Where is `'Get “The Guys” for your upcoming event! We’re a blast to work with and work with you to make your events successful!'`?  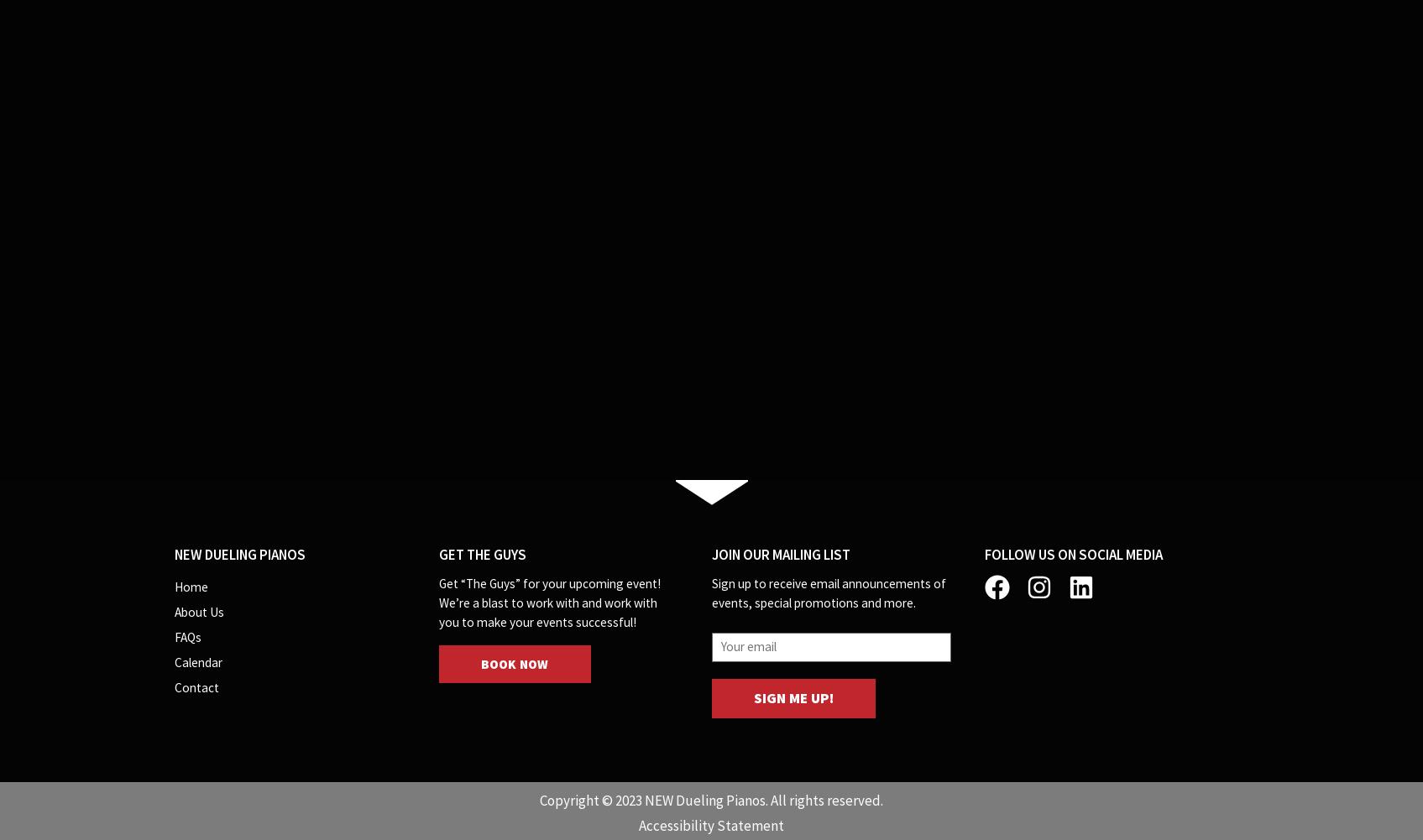 'Get “The Guys” for your upcoming event! We’re a blast to work with and work with you to make your events successful!' is located at coordinates (438, 603).